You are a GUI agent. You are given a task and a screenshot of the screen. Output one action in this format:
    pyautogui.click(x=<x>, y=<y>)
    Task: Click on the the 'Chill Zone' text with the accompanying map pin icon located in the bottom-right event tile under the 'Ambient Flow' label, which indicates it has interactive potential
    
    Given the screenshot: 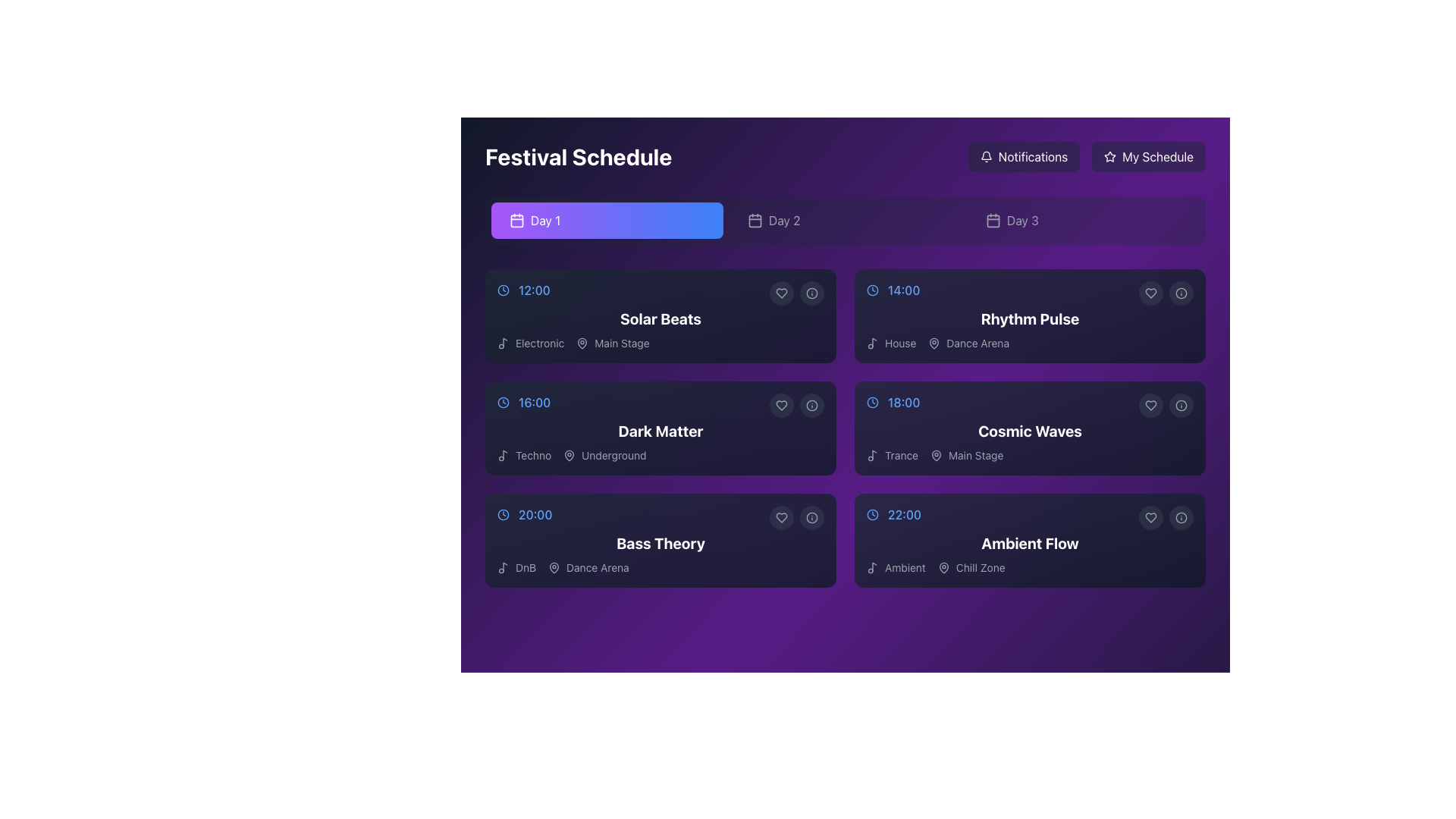 What is the action you would take?
    pyautogui.click(x=971, y=567)
    